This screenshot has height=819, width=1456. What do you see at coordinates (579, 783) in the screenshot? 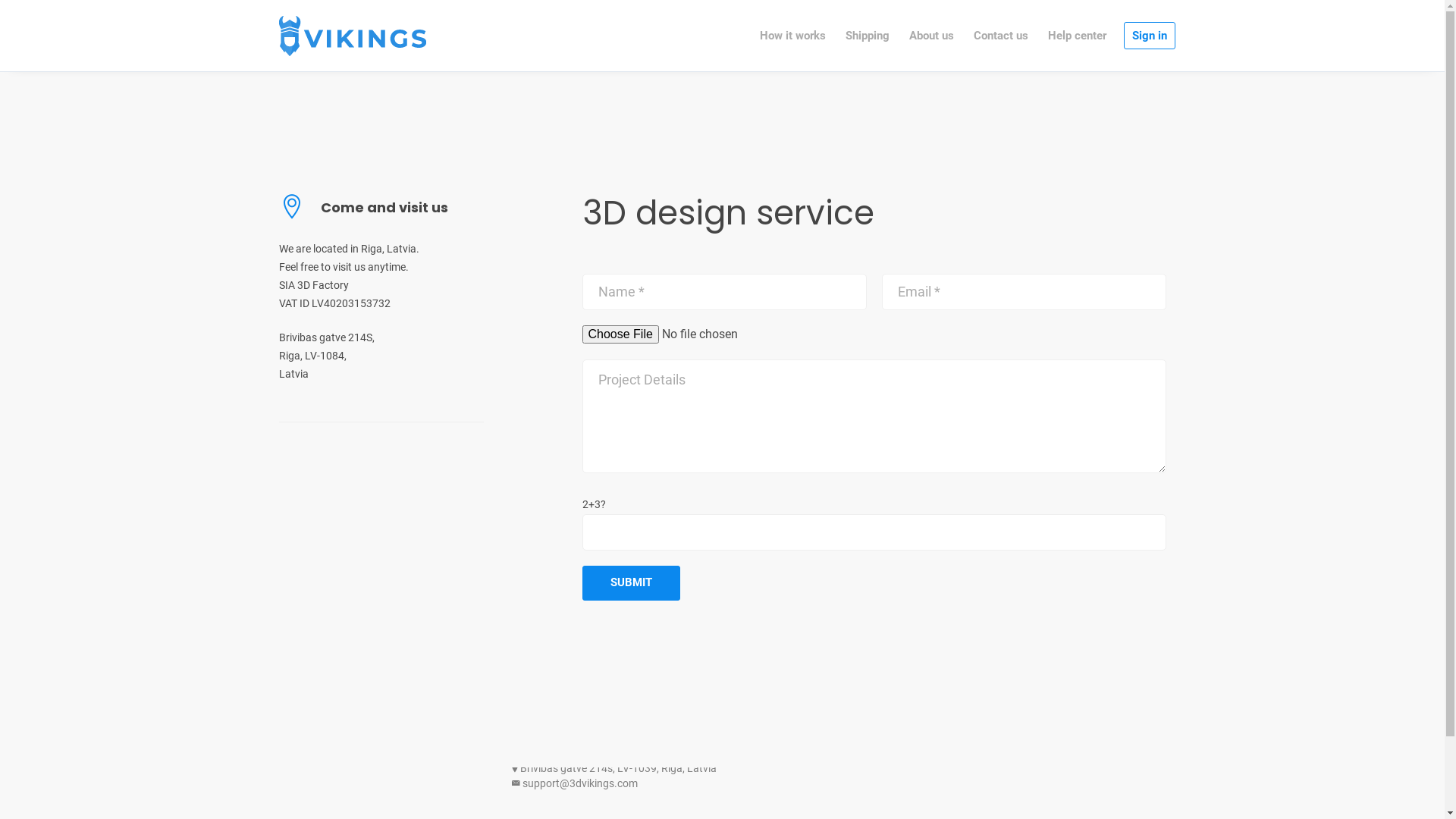
I see `'support@3dvikings.com'` at bounding box center [579, 783].